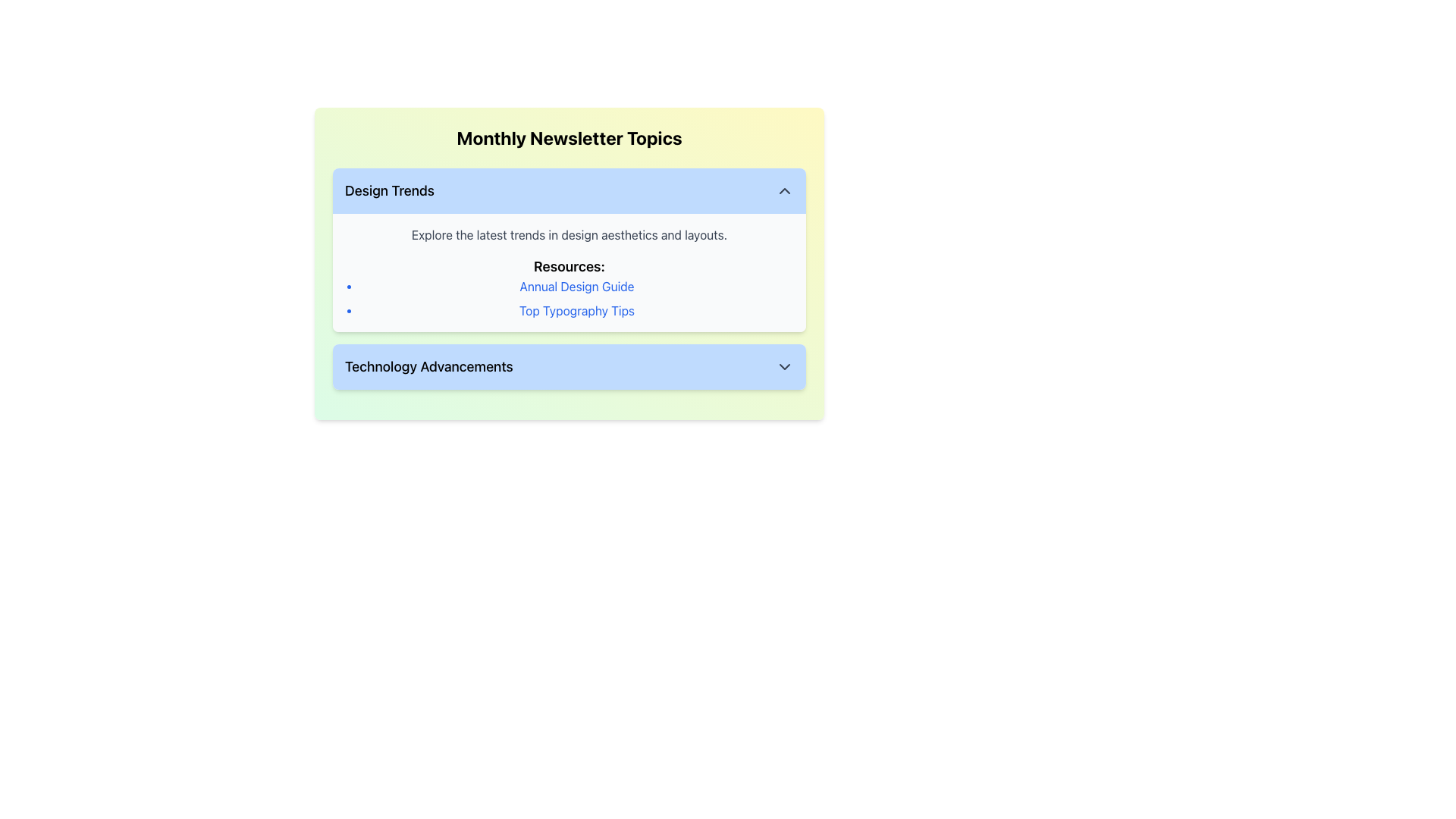  I want to click on the 'Design Trends' label, which is a bold, black text on a blue background, so click(389, 190).